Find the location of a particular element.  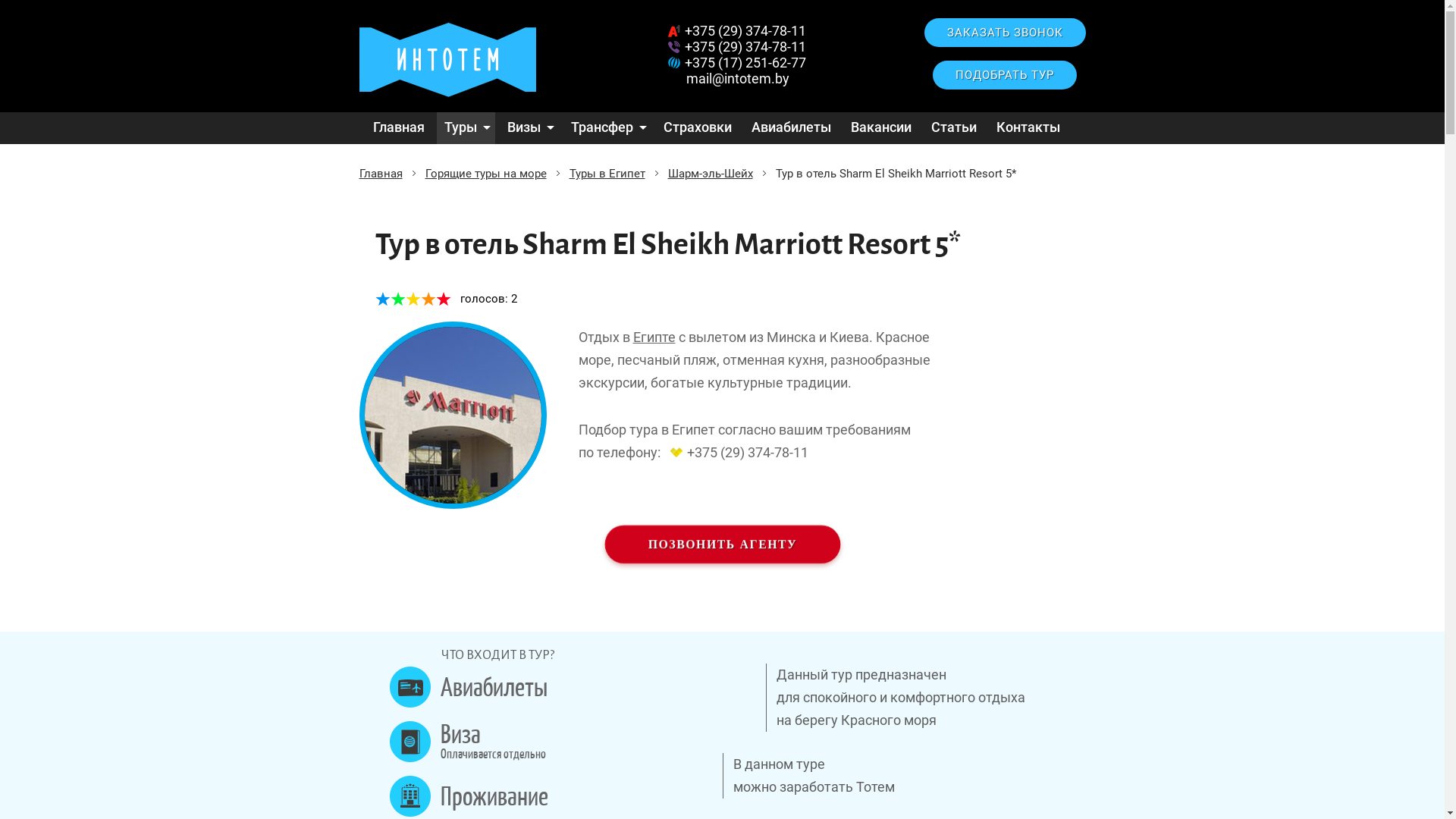

'+375 (29) 374-78-11' is located at coordinates (733, 45).